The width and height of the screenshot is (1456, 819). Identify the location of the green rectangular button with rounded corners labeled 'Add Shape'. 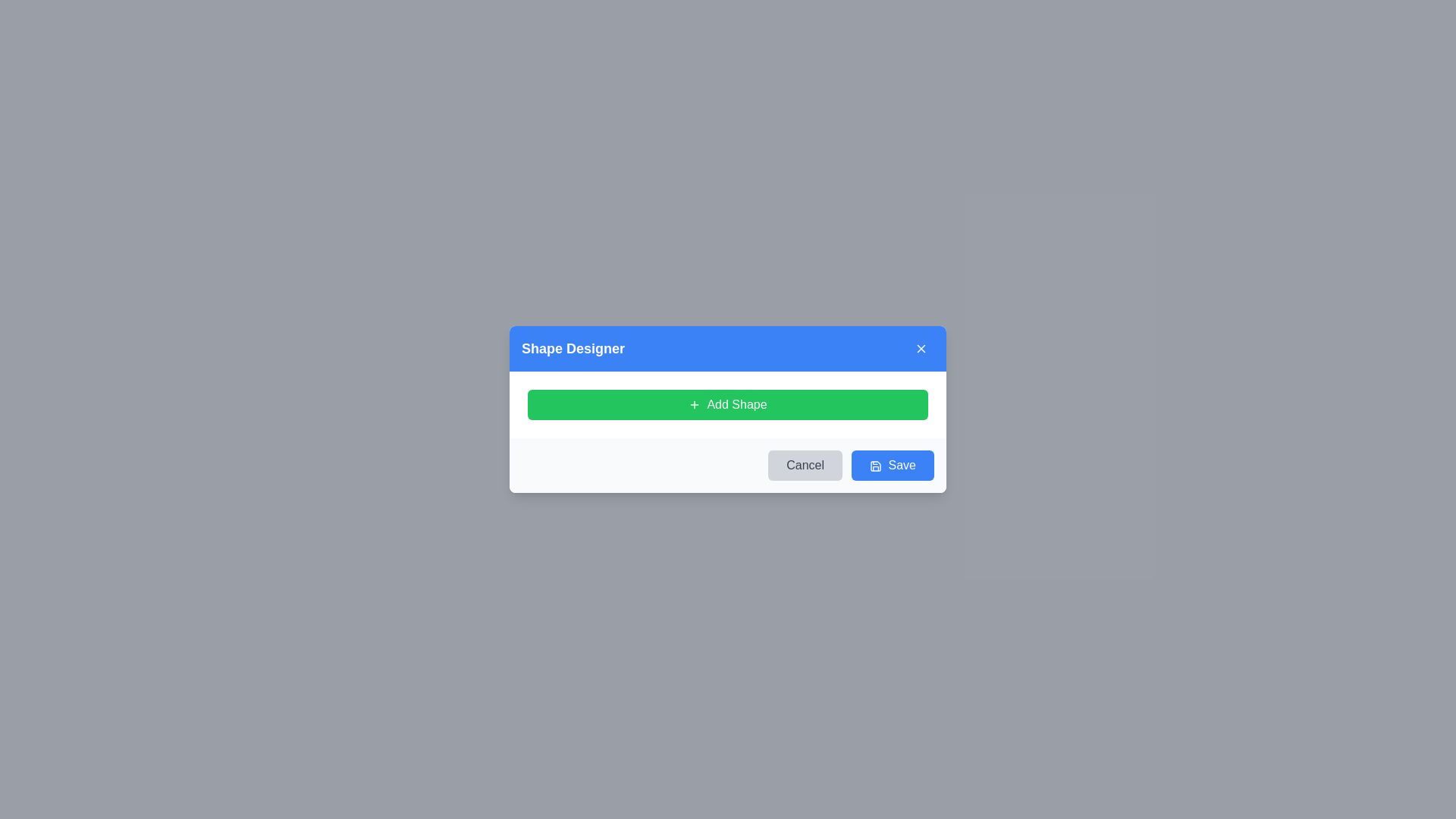
(728, 403).